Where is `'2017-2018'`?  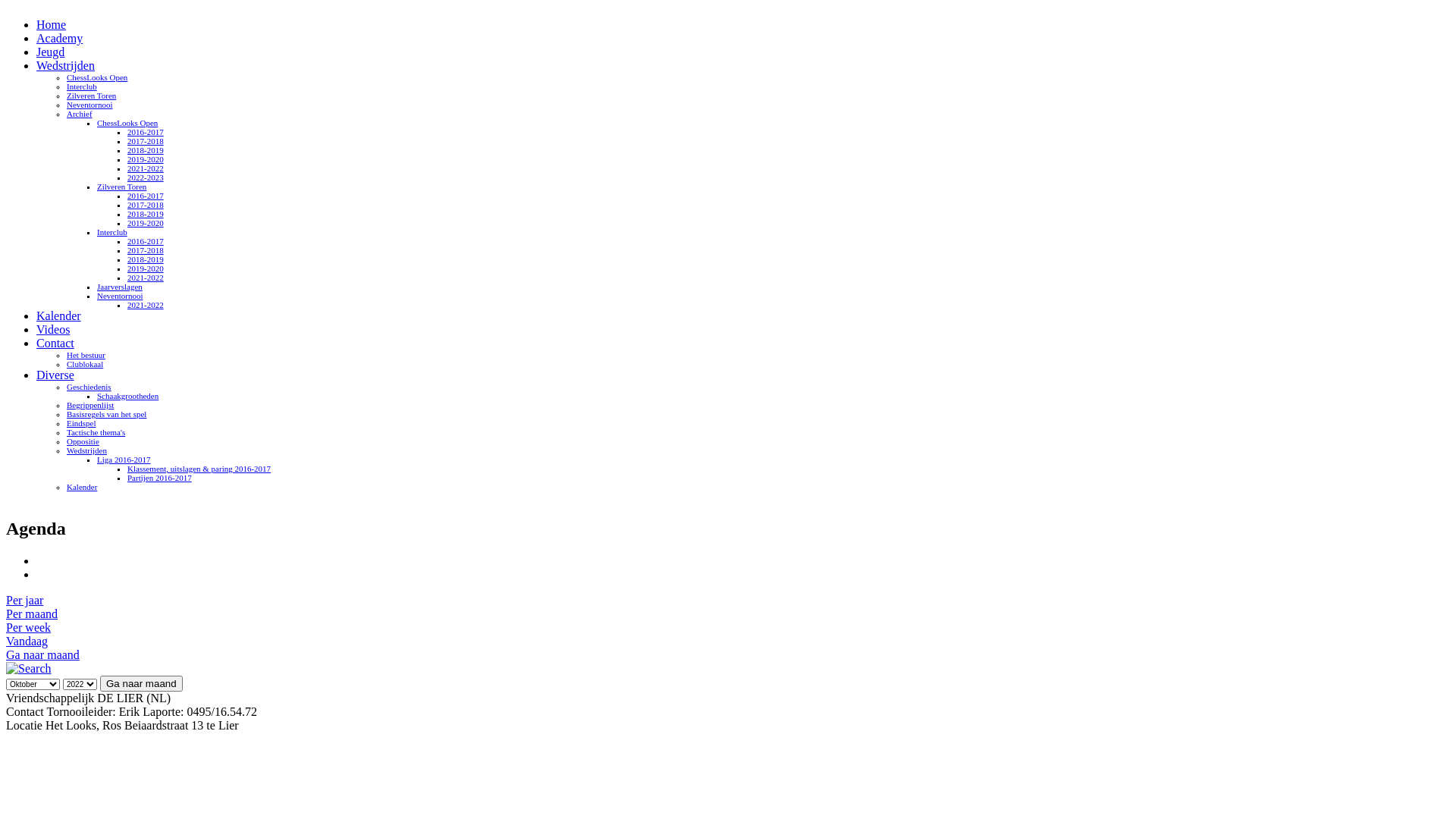 '2017-2018' is located at coordinates (127, 249).